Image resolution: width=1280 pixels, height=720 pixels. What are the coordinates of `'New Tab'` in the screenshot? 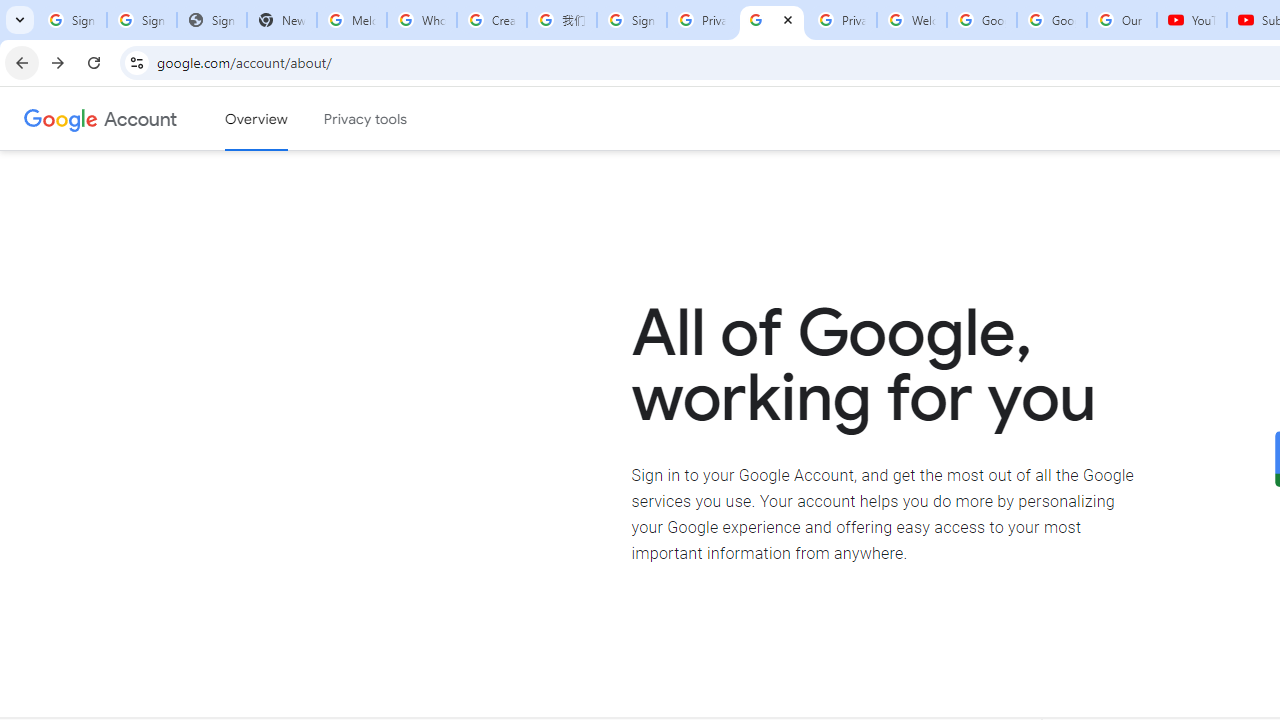 It's located at (281, 20).